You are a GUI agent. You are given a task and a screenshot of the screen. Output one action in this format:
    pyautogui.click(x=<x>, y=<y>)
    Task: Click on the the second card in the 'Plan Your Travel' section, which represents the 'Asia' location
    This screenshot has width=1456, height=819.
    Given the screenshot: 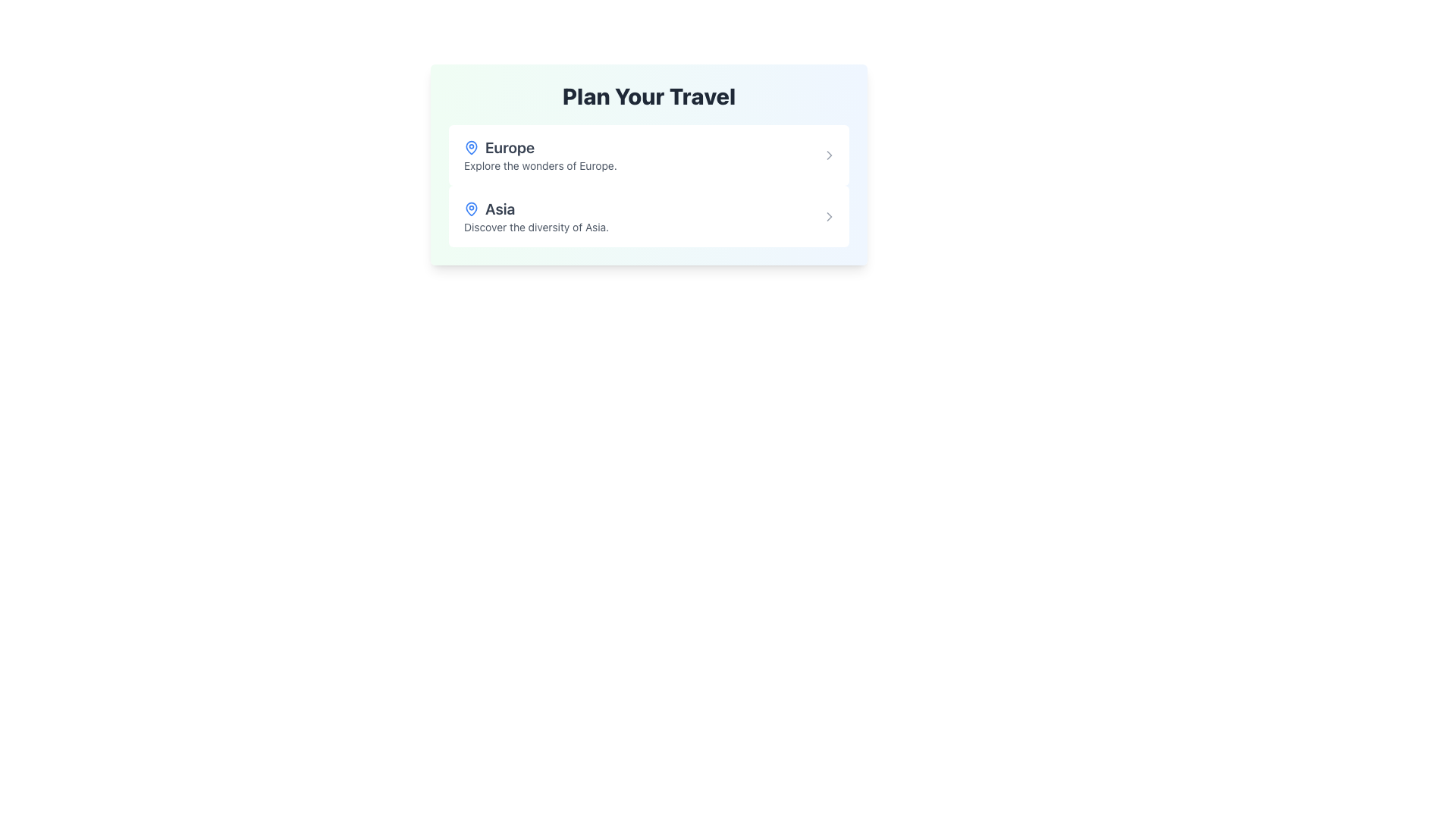 What is the action you would take?
    pyautogui.click(x=648, y=216)
    